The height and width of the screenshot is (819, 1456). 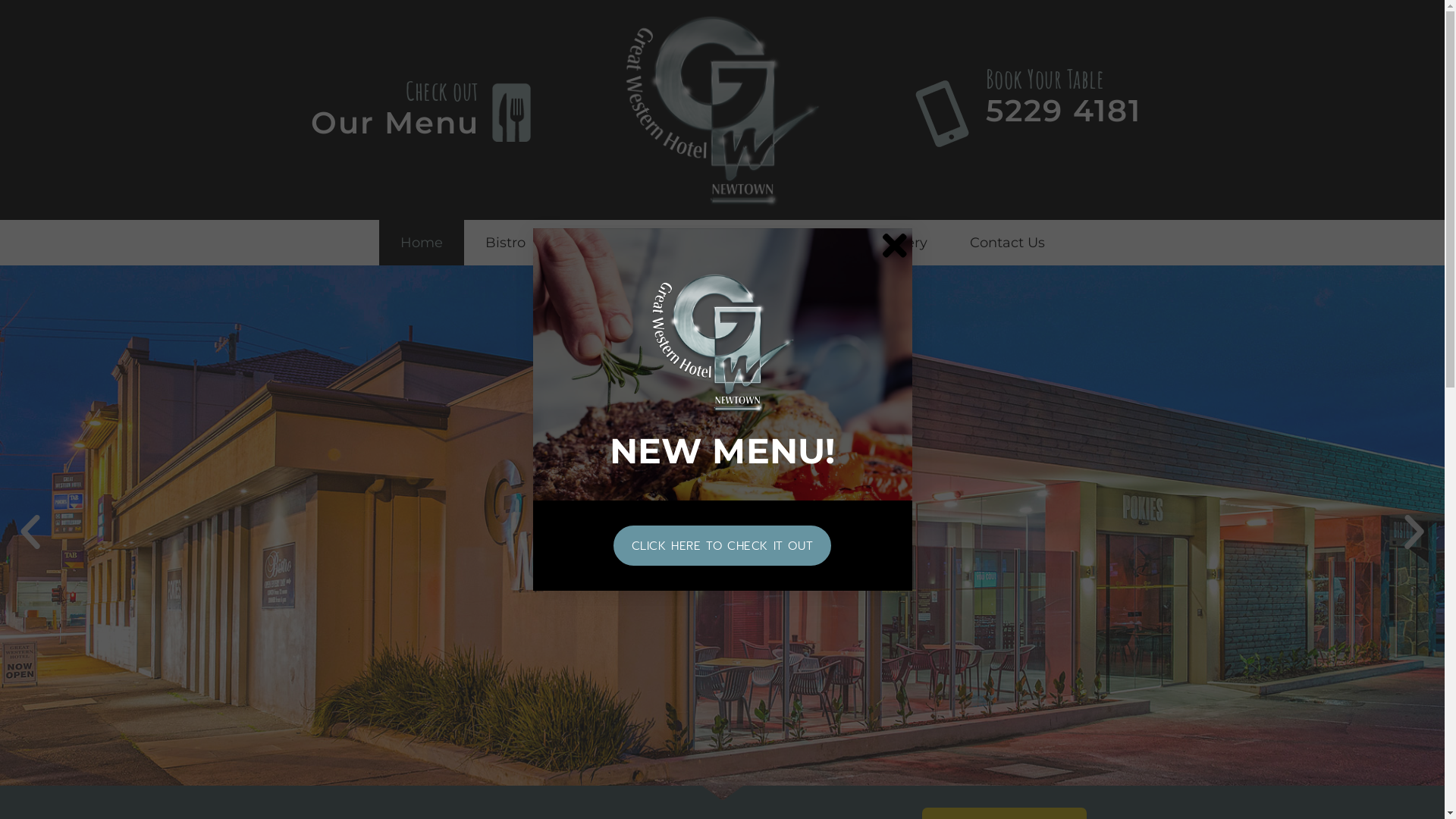 I want to click on 'Home', so click(x=378, y=242).